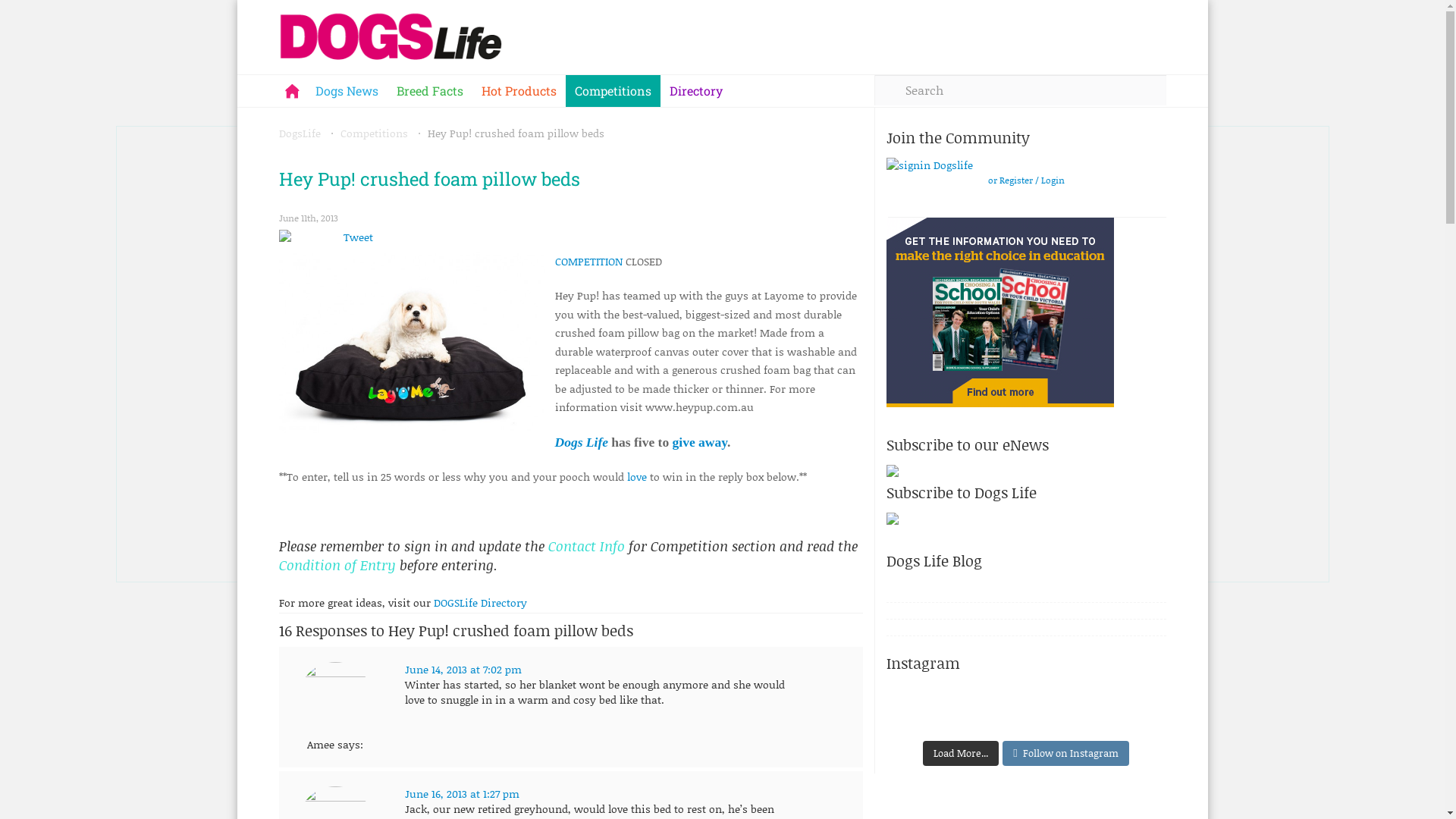 Image resolution: width=1456 pixels, height=819 pixels. I want to click on 'give away', so click(698, 441).